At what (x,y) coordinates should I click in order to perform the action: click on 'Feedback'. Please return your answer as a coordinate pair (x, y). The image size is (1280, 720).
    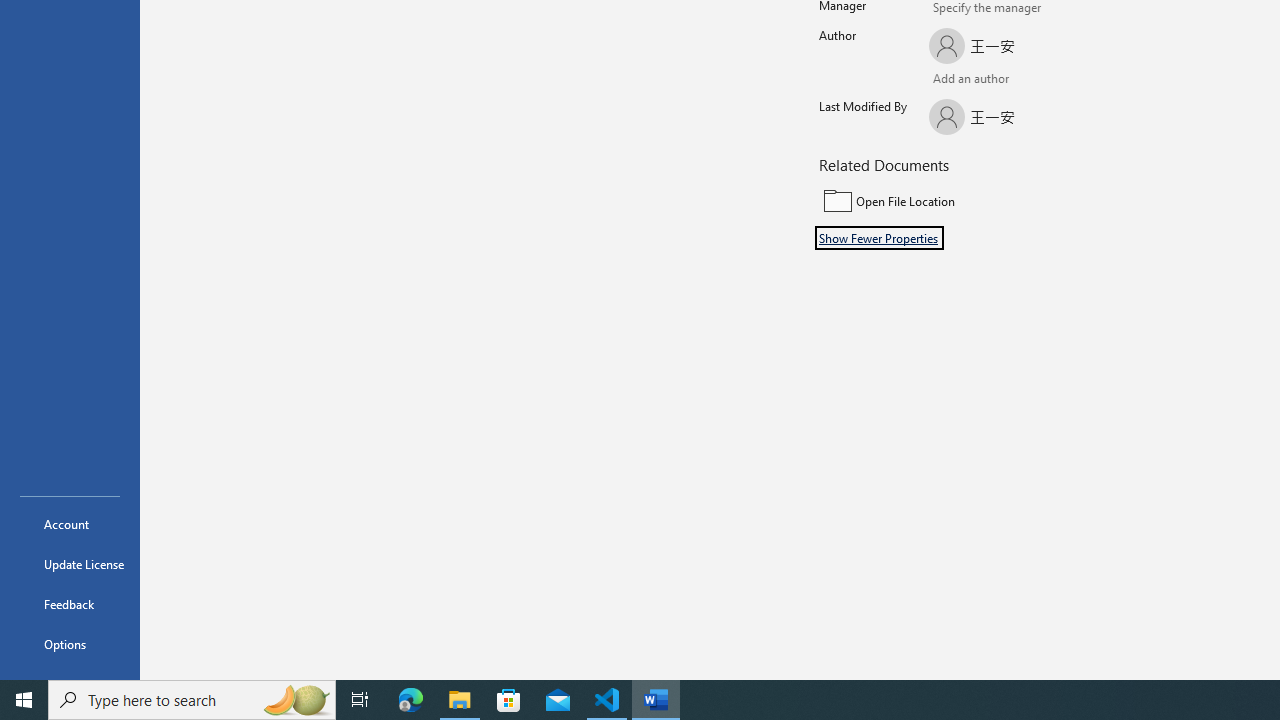
    Looking at the image, I should click on (69, 603).